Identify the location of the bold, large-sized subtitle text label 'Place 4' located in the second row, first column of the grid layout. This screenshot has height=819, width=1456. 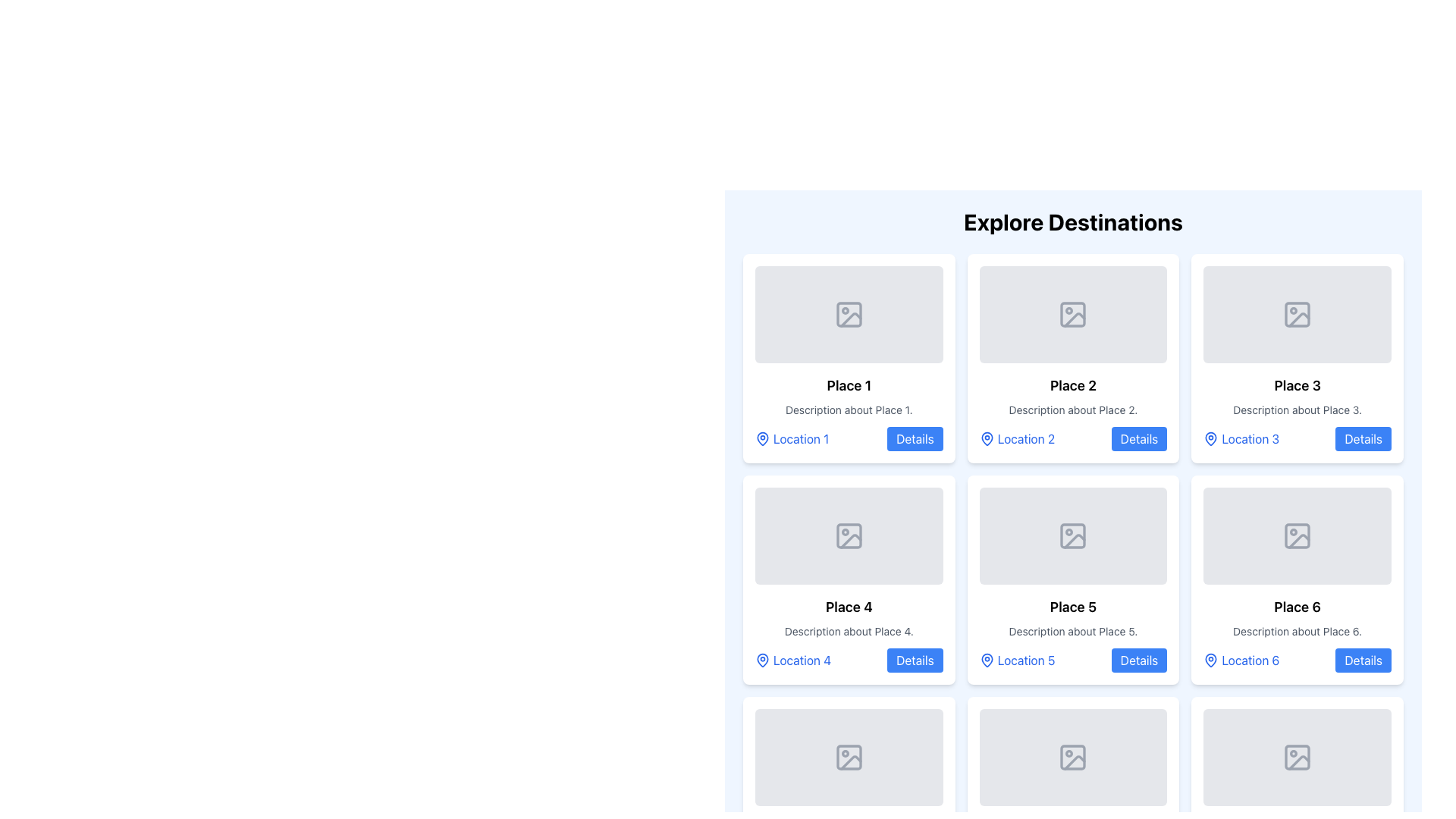
(848, 607).